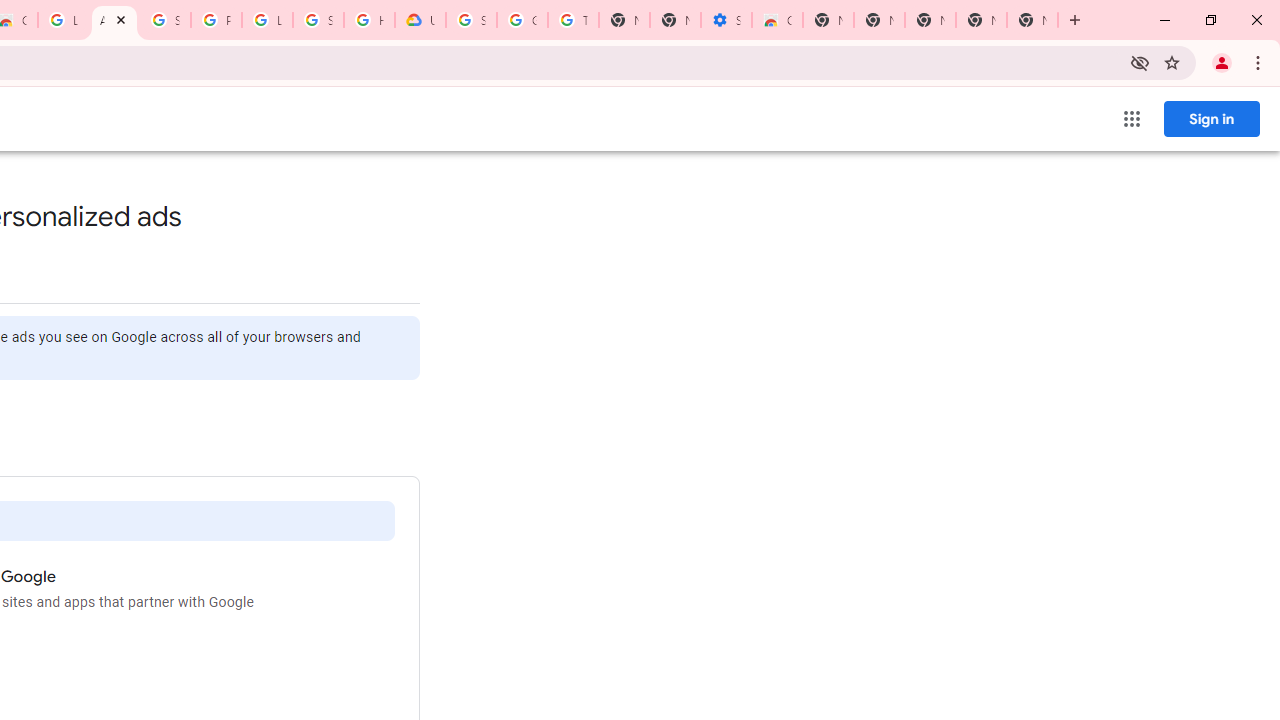 This screenshot has height=720, width=1280. Describe the element at coordinates (1259, 61) in the screenshot. I see `'Chrome'` at that location.